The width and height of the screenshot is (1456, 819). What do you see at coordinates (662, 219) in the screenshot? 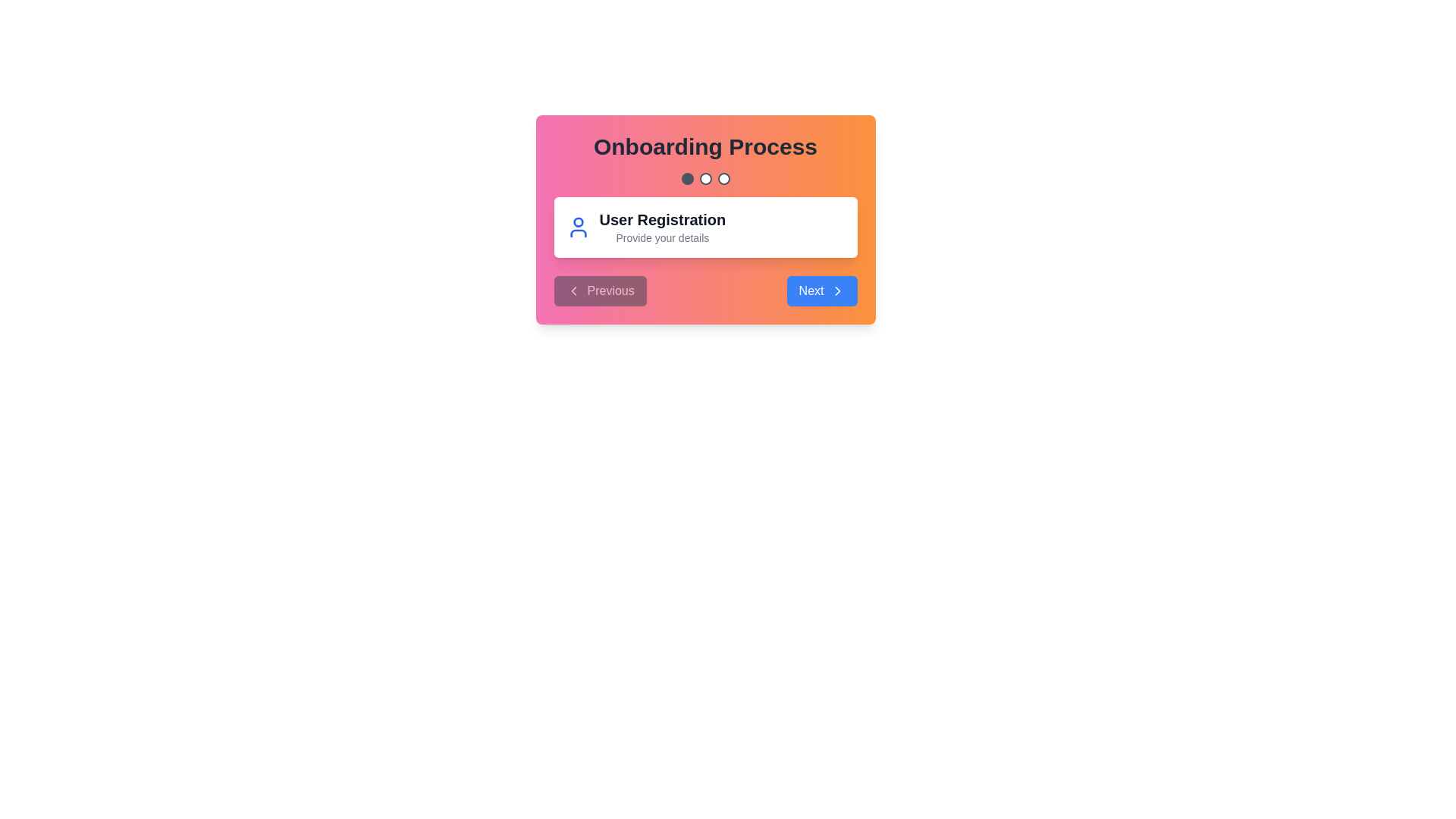
I see `the Text element titled 'User Registration', which serves as the main title for the onboarding process section` at bounding box center [662, 219].